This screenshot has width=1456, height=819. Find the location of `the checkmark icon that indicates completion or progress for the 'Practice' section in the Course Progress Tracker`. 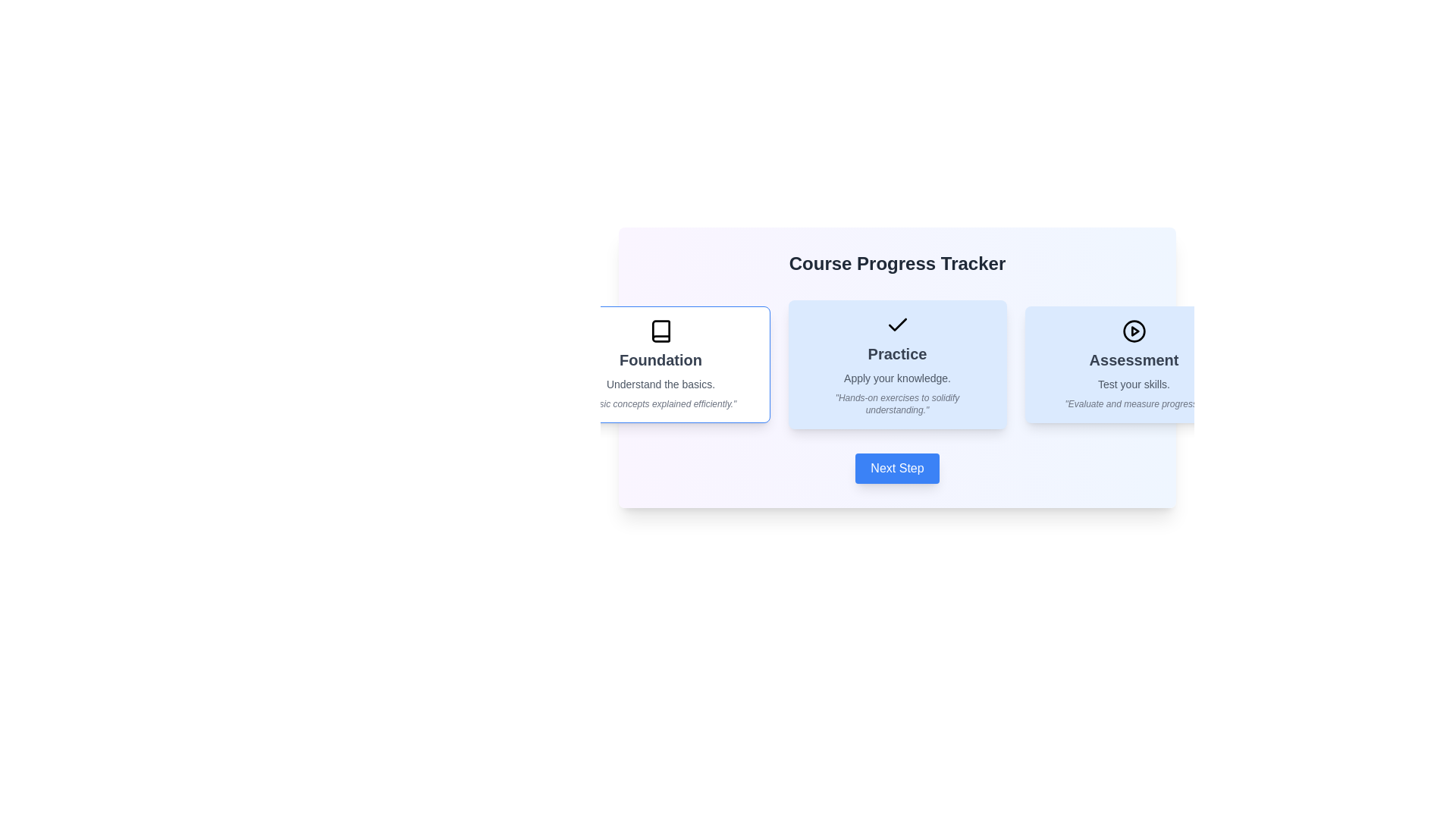

the checkmark icon that indicates completion or progress for the 'Practice' section in the Course Progress Tracker is located at coordinates (897, 324).